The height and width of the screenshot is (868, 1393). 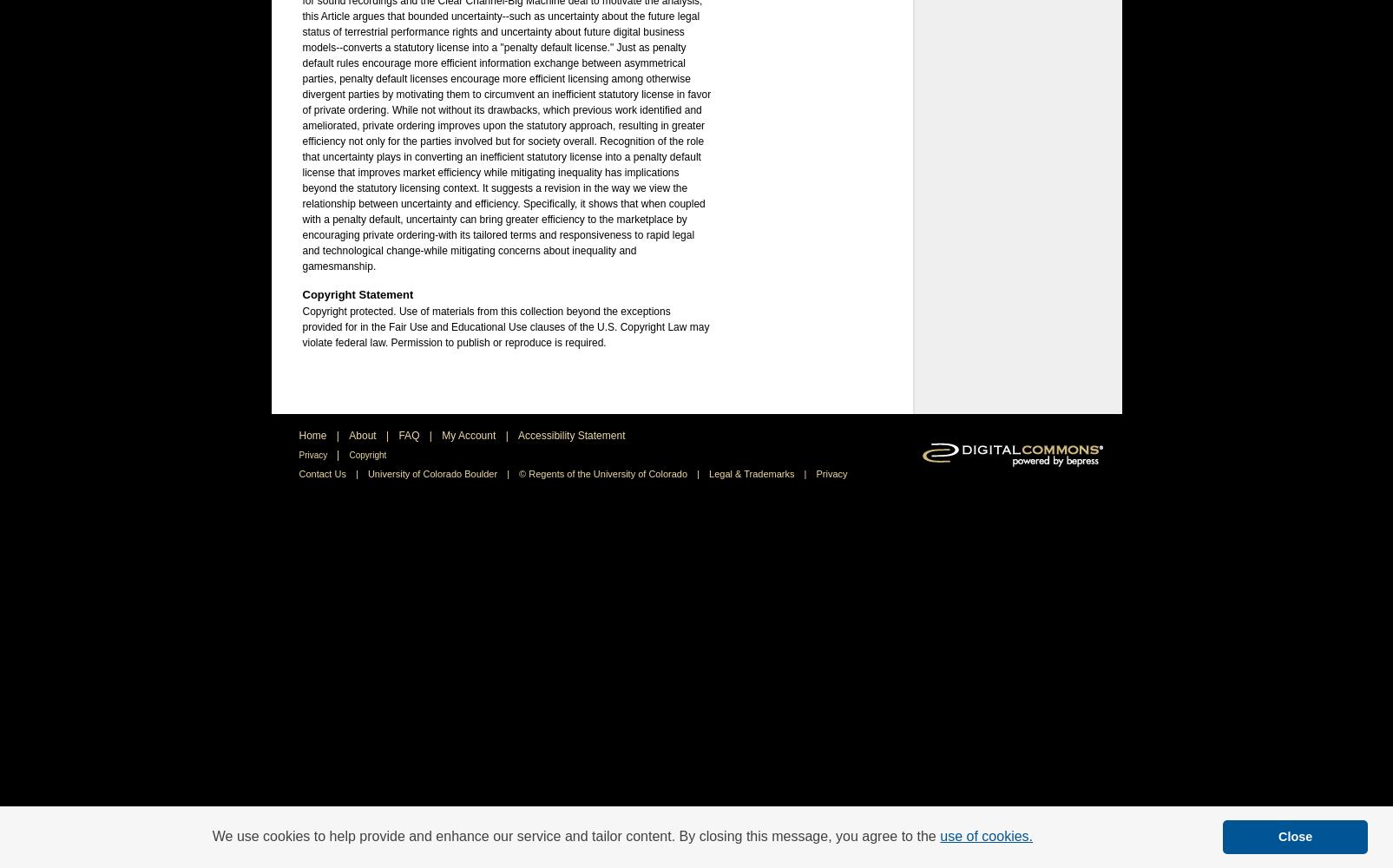 What do you see at coordinates (1294, 836) in the screenshot?
I see `'Close'` at bounding box center [1294, 836].